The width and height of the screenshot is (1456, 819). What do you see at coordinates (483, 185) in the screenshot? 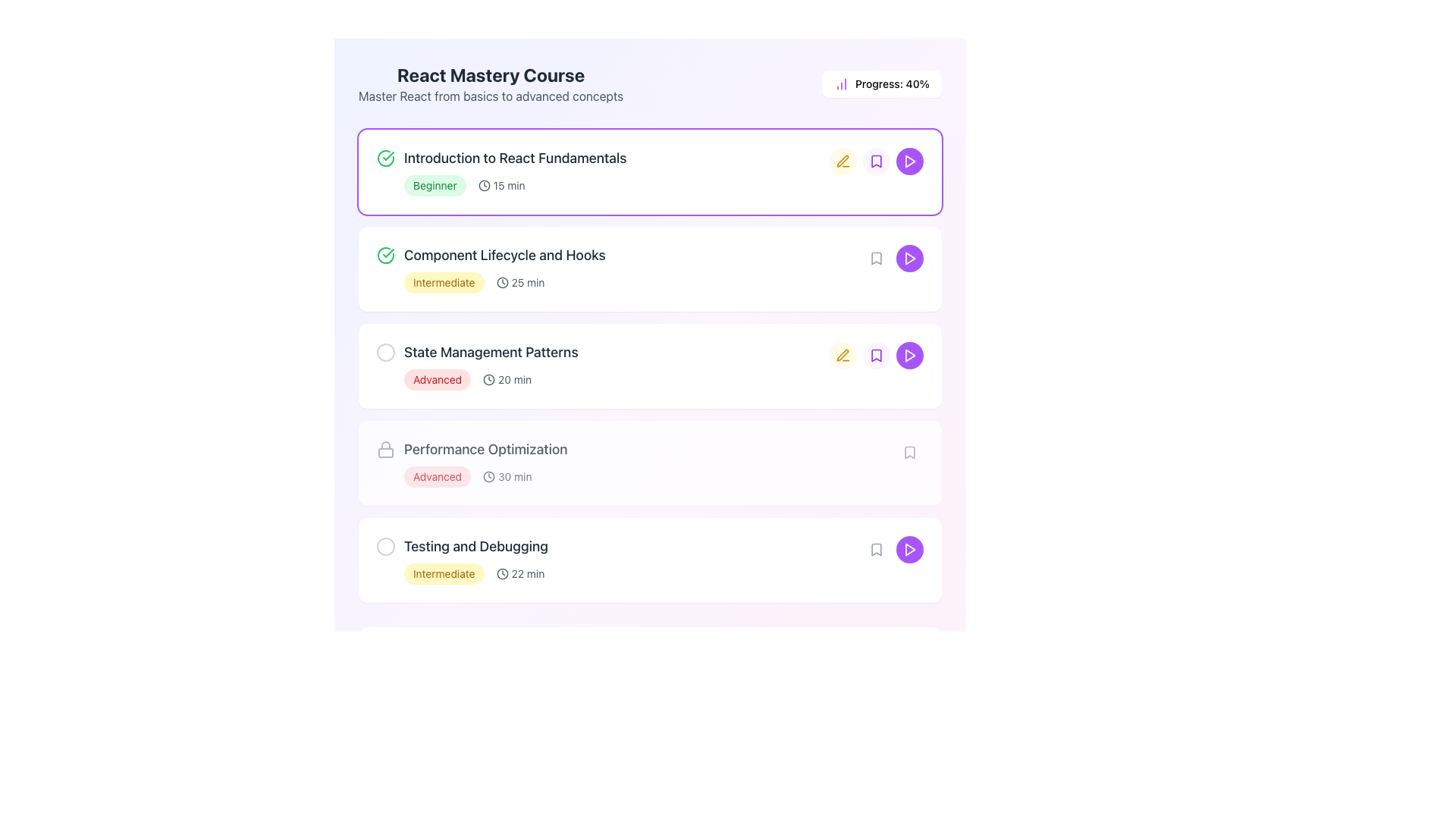
I see `the clock icon that visually indicates a duration of '15 min' to focus on it, as it is interactive and located to the left of the text` at bounding box center [483, 185].